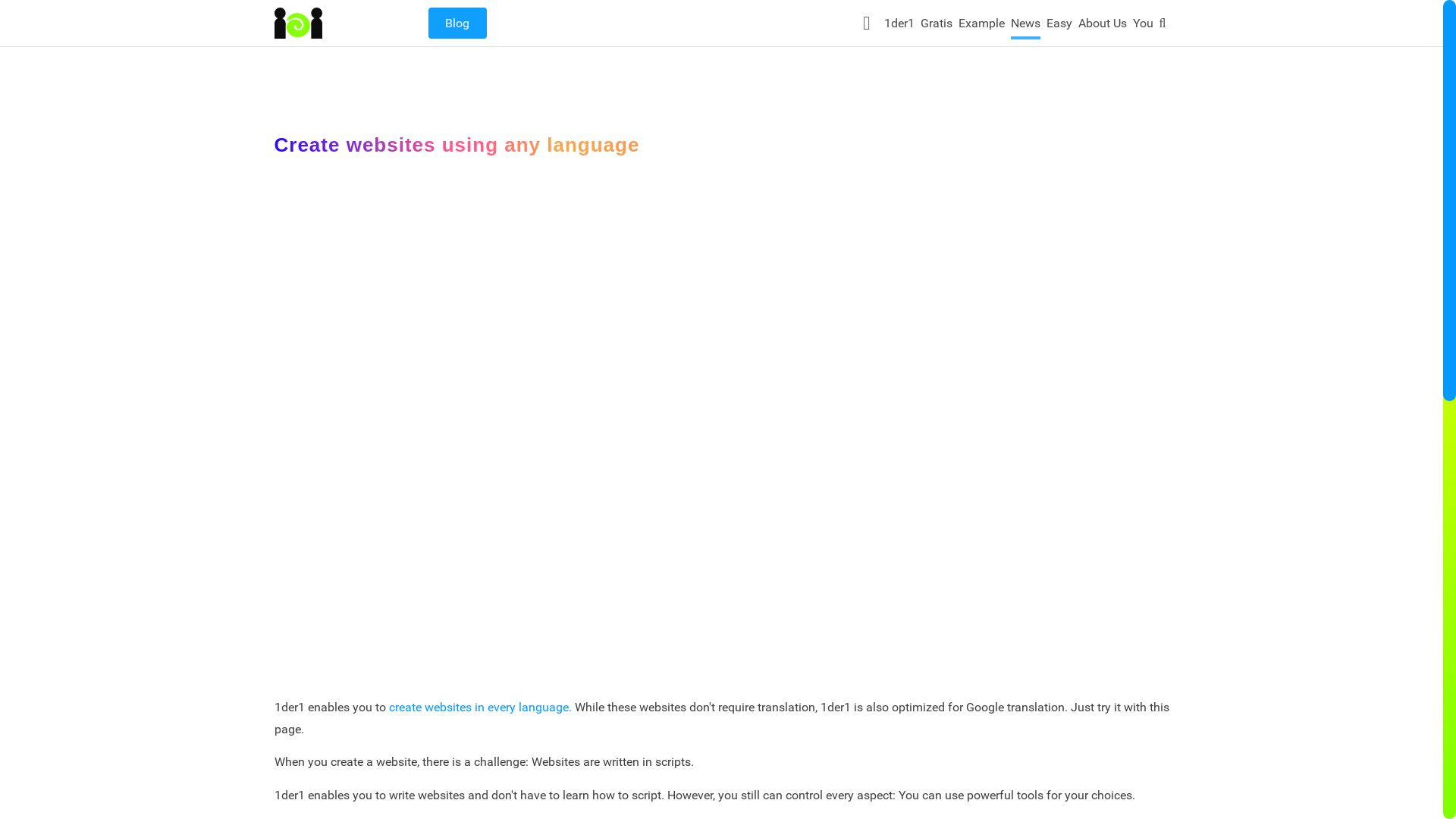  What do you see at coordinates (1058, 26) in the screenshot?
I see `'Easy'` at bounding box center [1058, 26].